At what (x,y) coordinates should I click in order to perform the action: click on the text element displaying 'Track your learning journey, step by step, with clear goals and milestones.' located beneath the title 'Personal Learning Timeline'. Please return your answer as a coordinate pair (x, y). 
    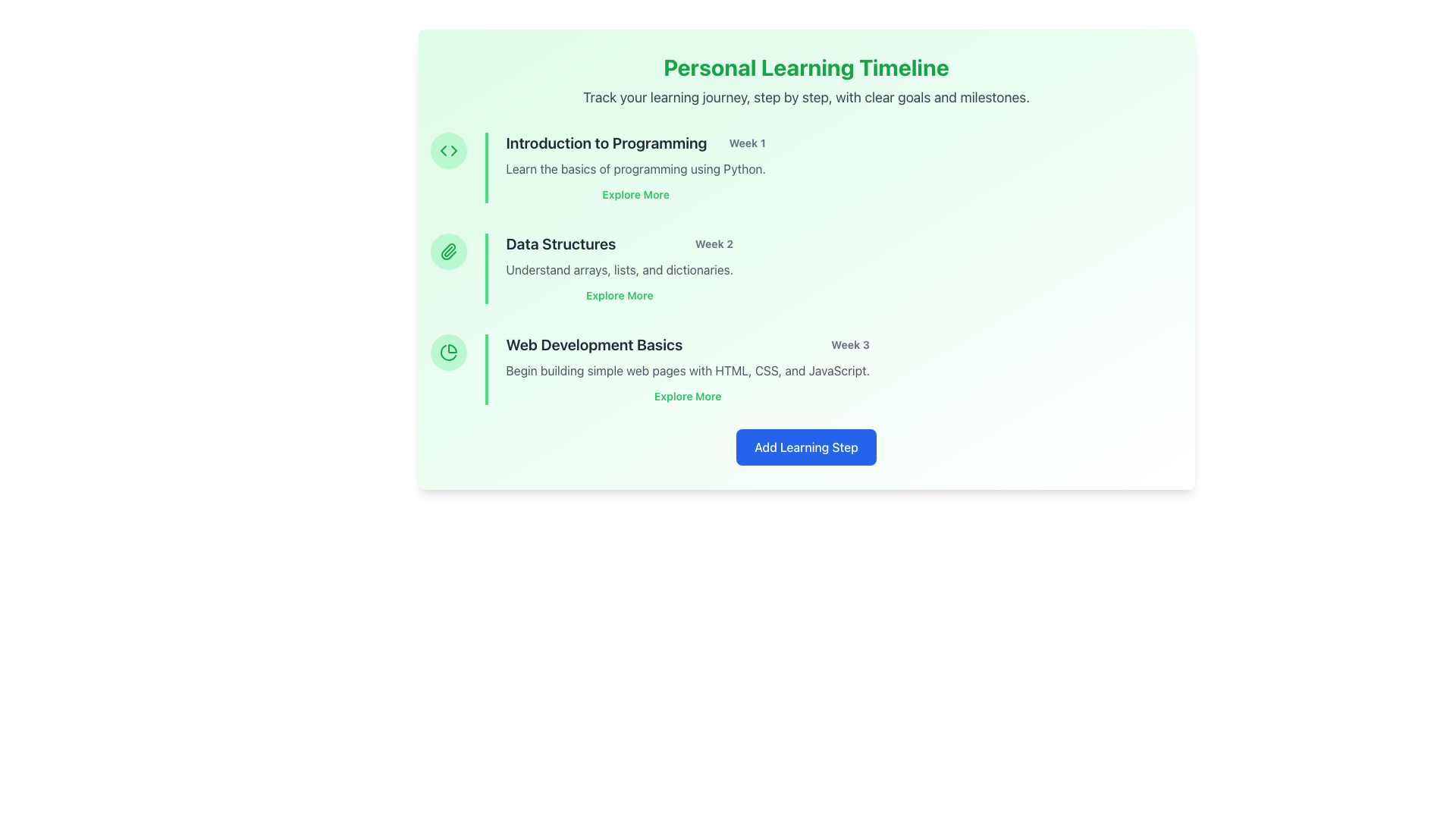
    Looking at the image, I should click on (805, 97).